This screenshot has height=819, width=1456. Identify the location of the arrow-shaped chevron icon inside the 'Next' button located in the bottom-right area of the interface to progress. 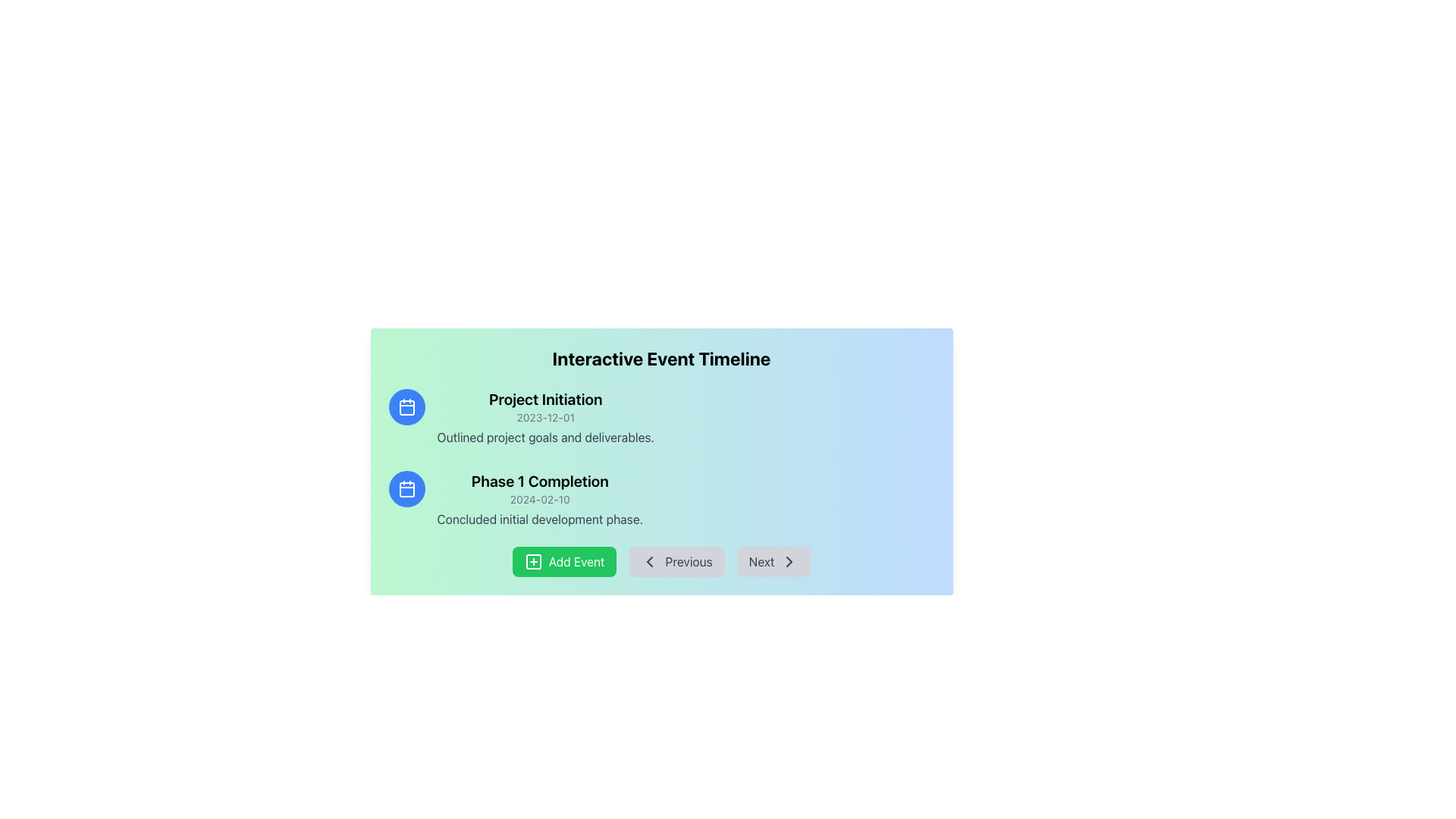
(789, 561).